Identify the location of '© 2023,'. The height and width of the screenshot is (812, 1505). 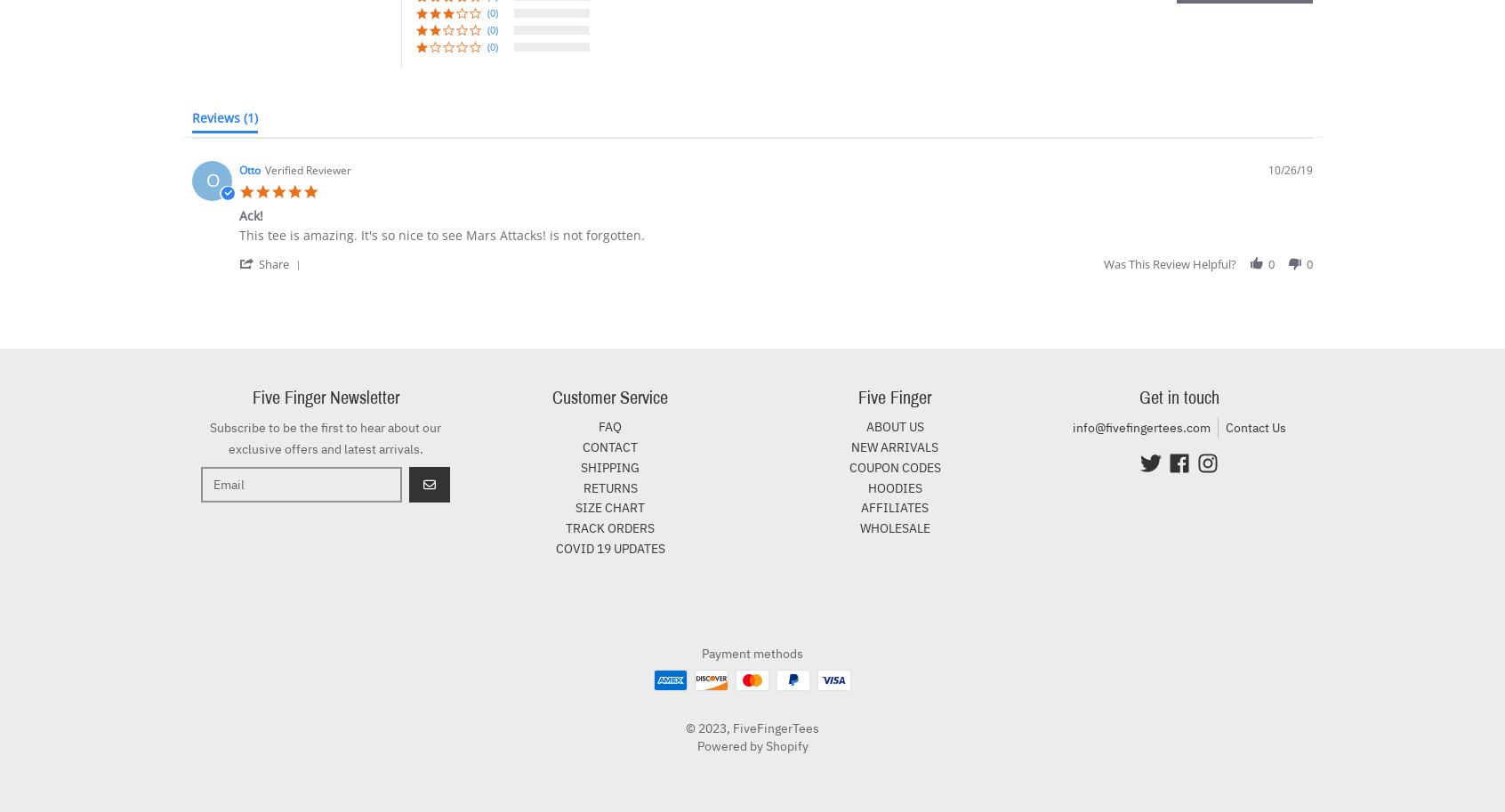
(709, 726).